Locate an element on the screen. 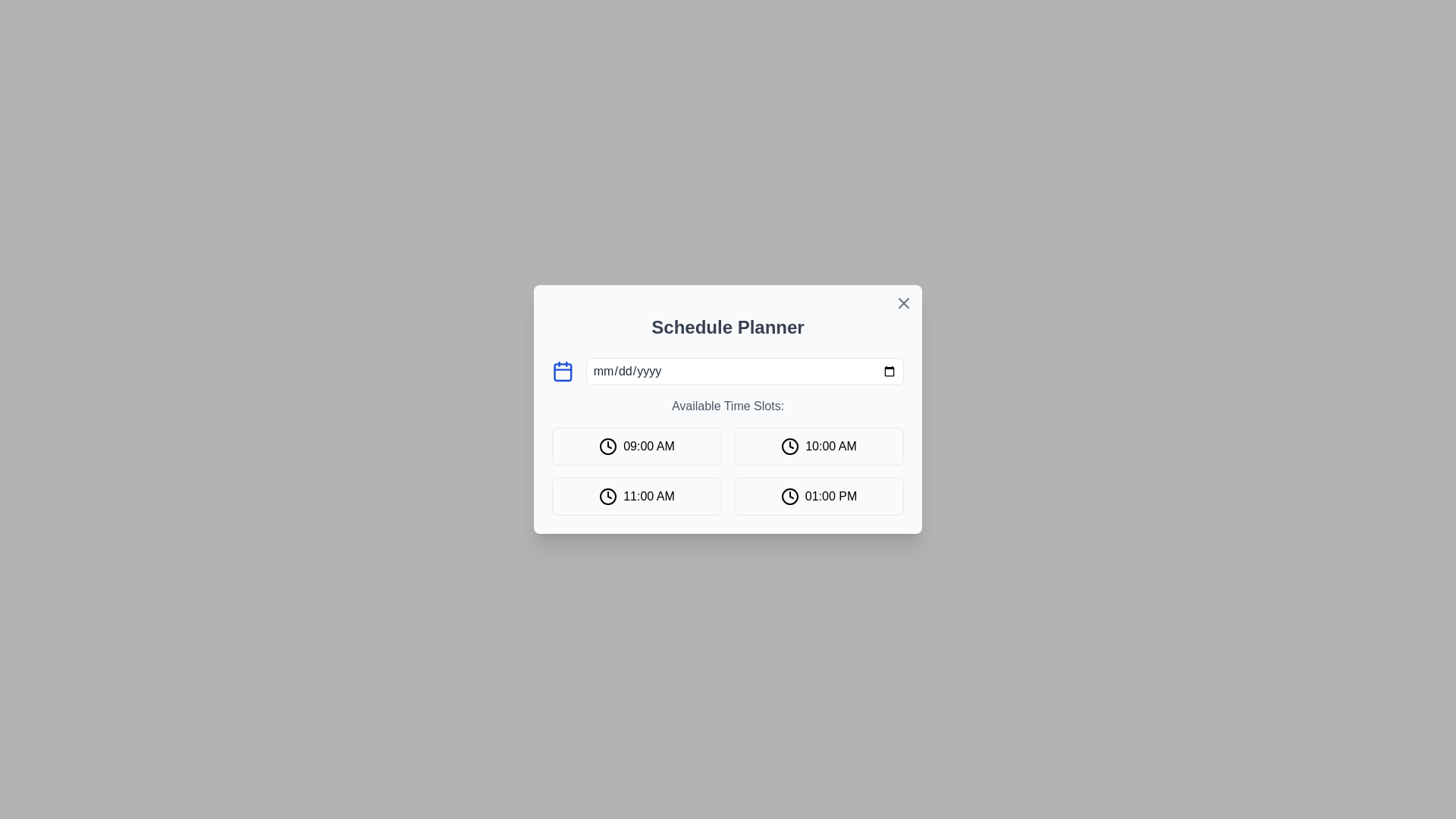 This screenshot has width=1456, height=819. the fourth button in the time slot selection grid is located at coordinates (818, 497).